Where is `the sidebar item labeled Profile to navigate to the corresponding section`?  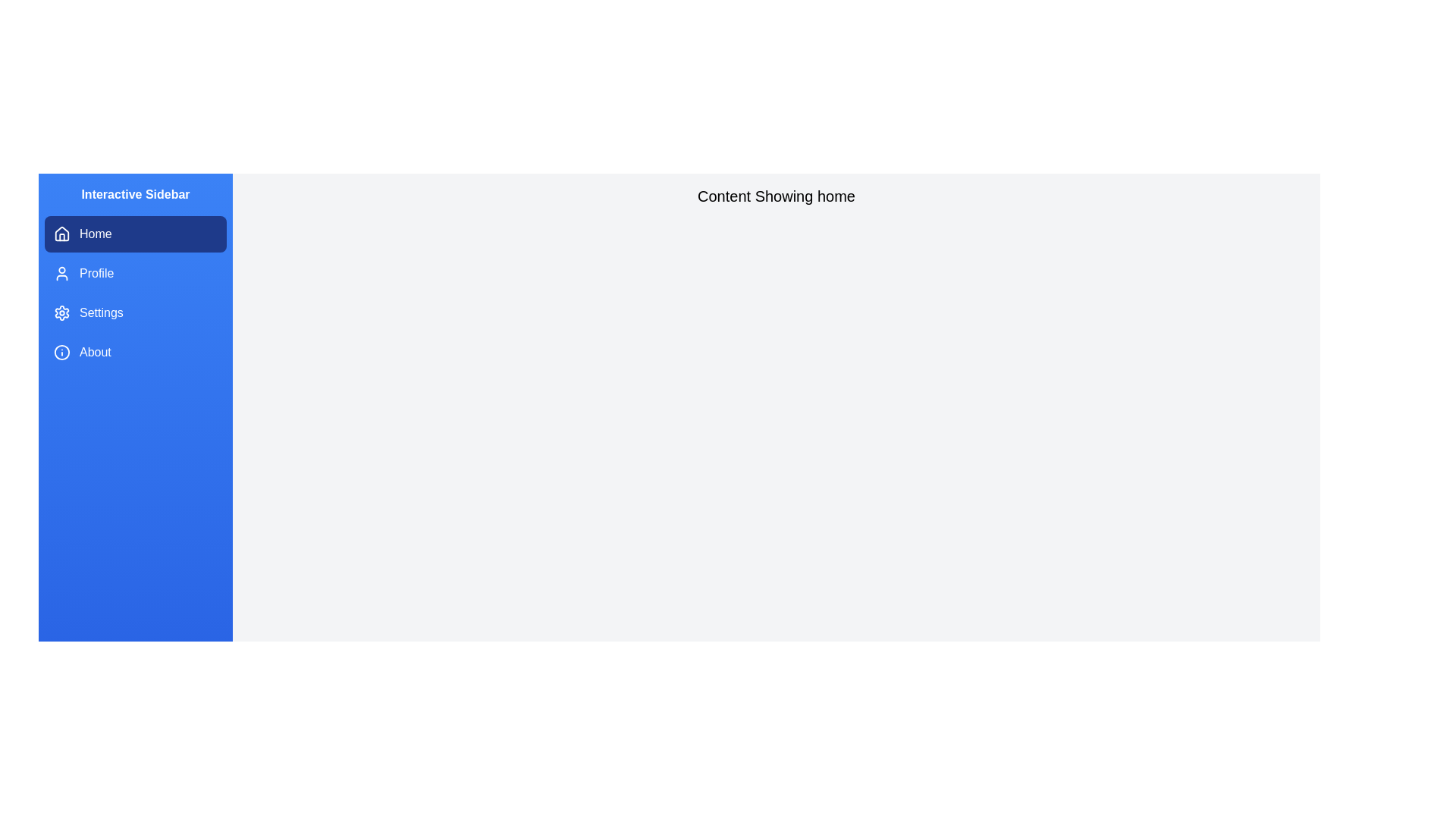 the sidebar item labeled Profile to navigate to the corresponding section is located at coordinates (135, 274).